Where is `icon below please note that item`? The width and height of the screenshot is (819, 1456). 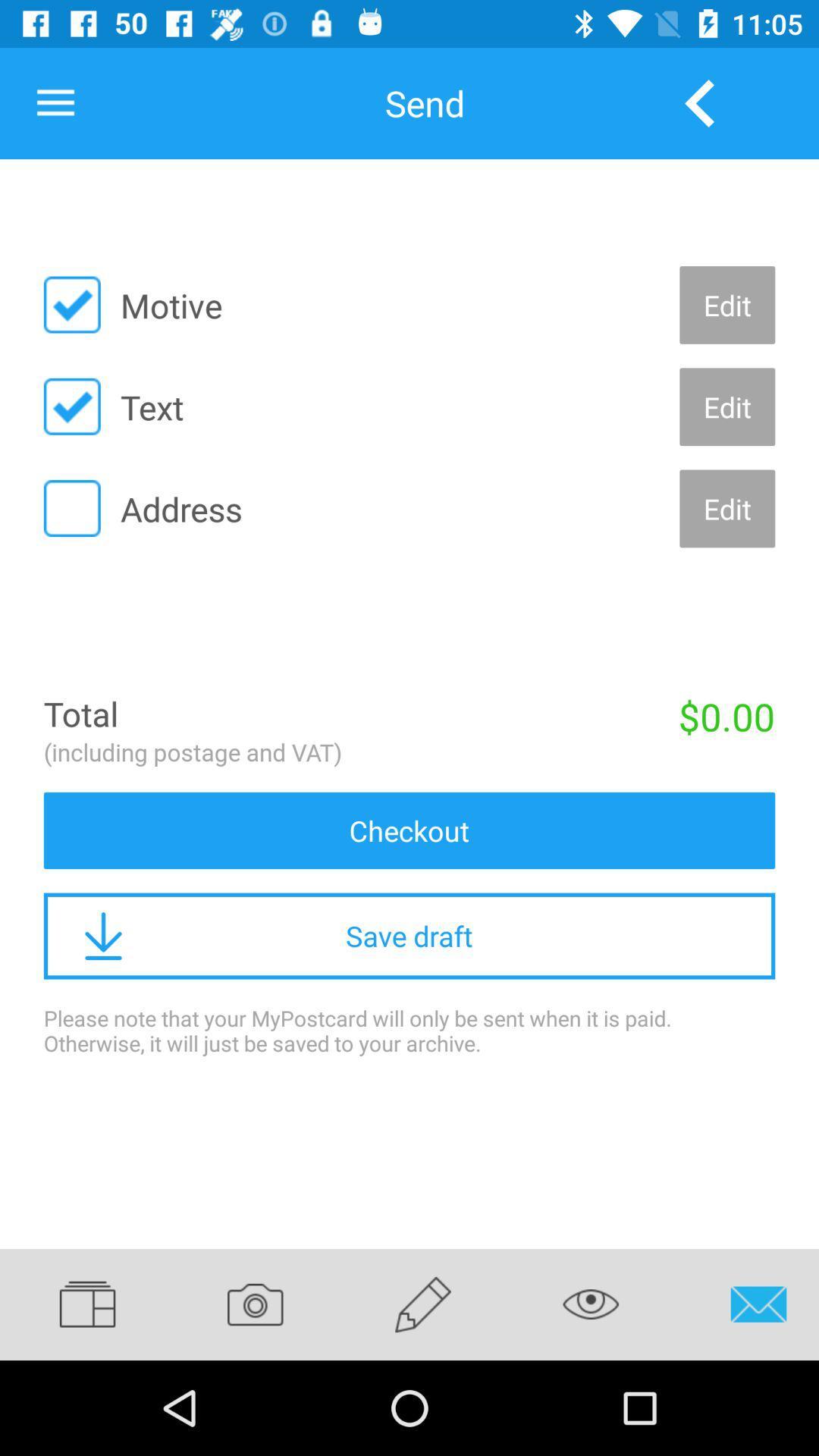 icon below please note that item is located at coordinates (590, 1304).